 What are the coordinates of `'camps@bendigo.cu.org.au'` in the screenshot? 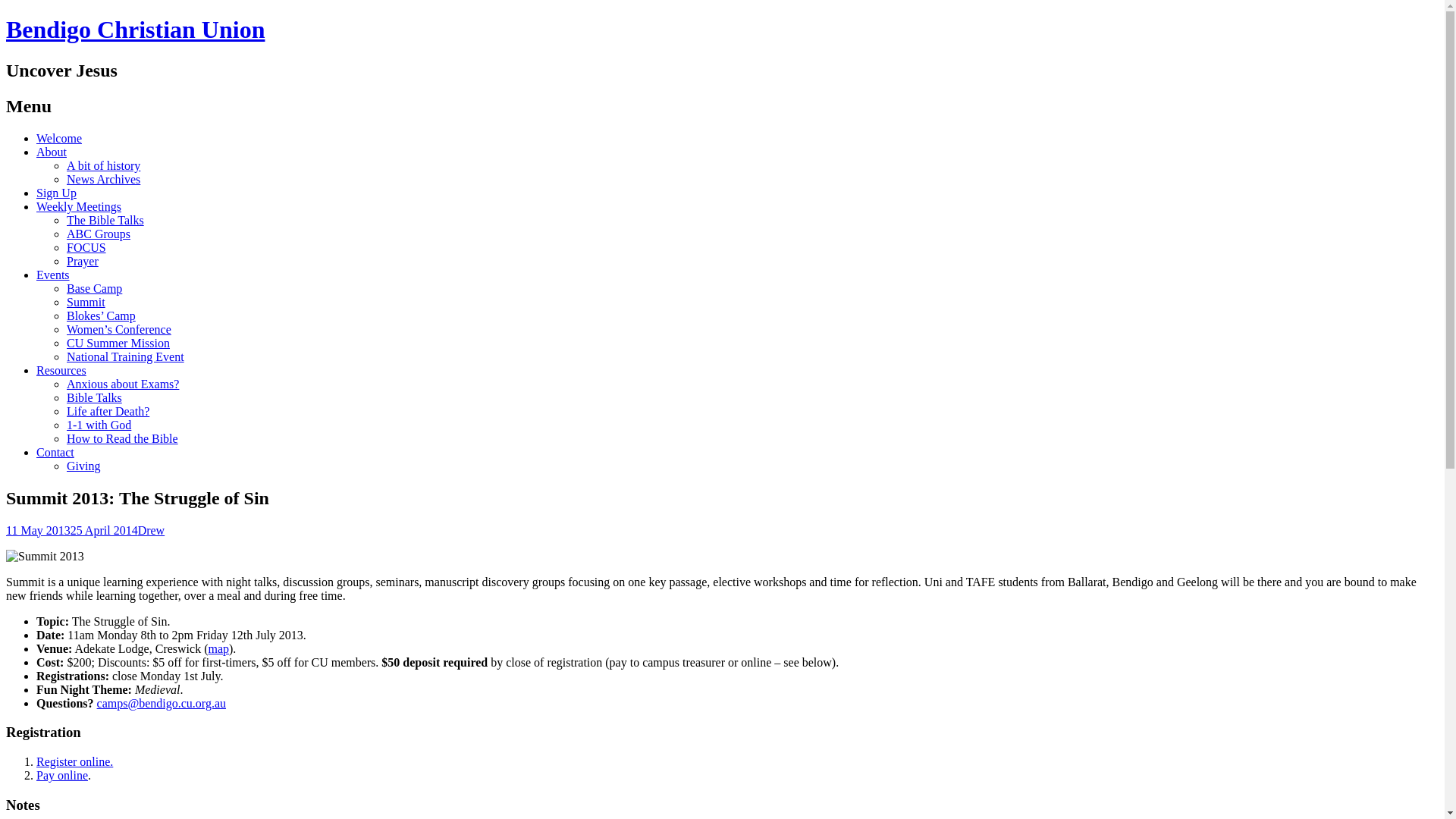 It's located at (161, 702).